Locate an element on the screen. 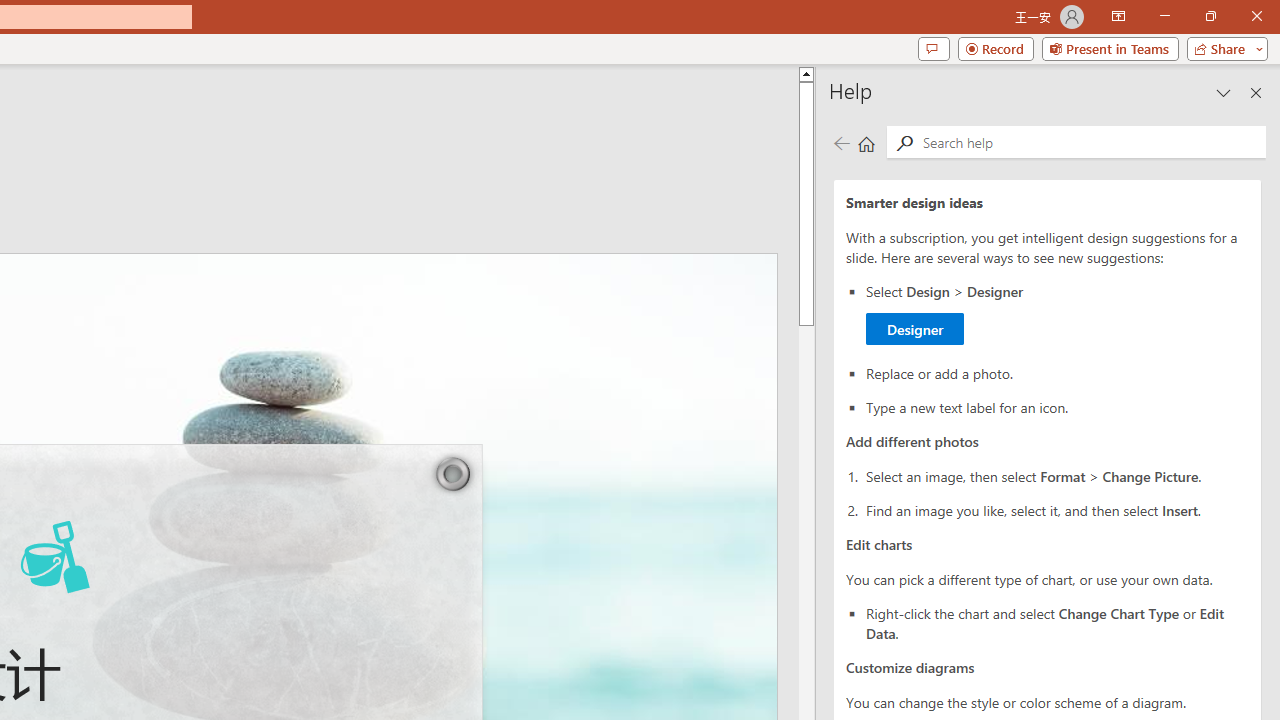 The height and width of the screenshot is (720, 1280). 'Task Pane Options' is located at coordinates (1223, 92).